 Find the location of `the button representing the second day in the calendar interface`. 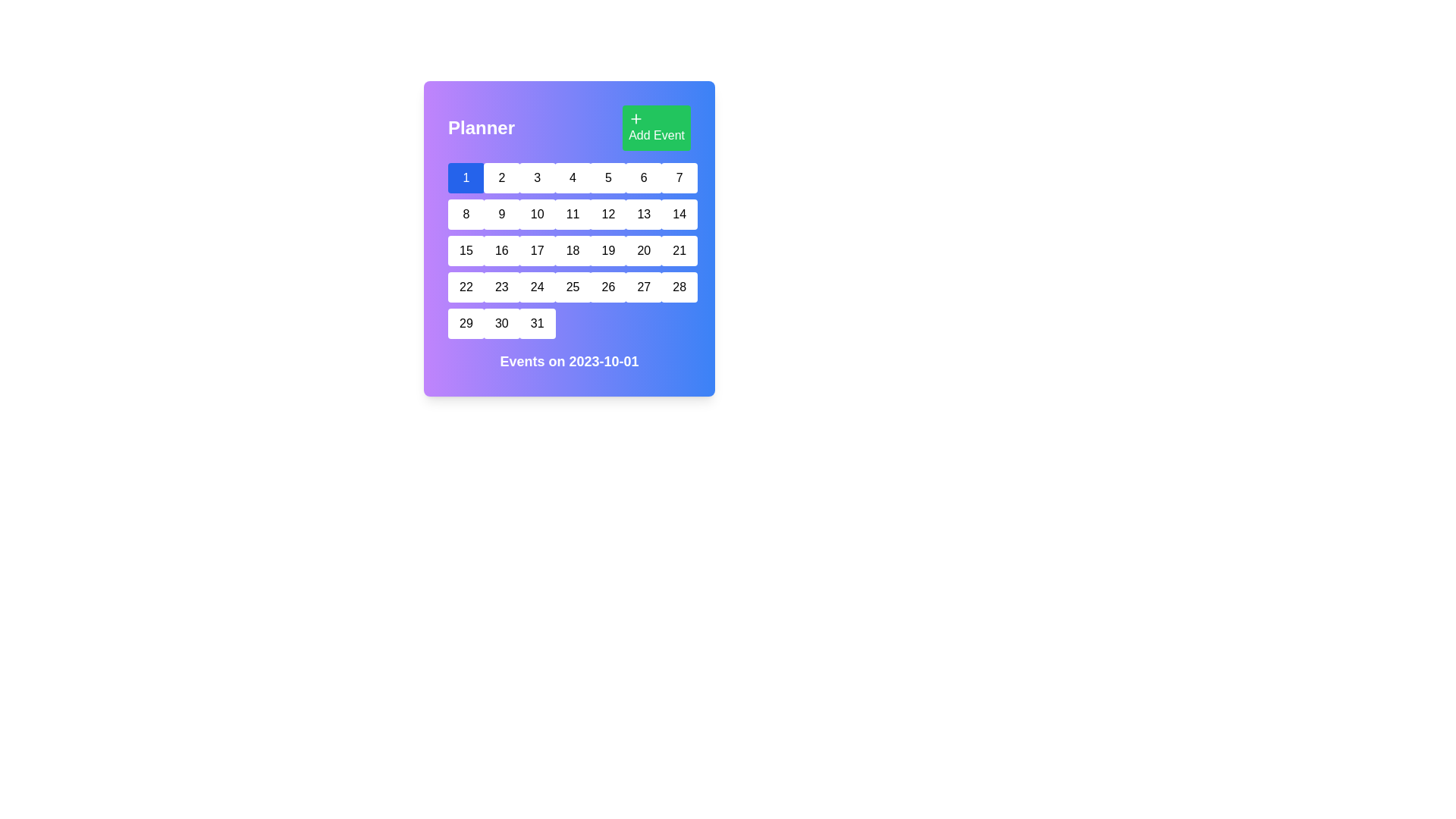

the button representing the second day in the calendar interface is located at coordinates (501, 177).